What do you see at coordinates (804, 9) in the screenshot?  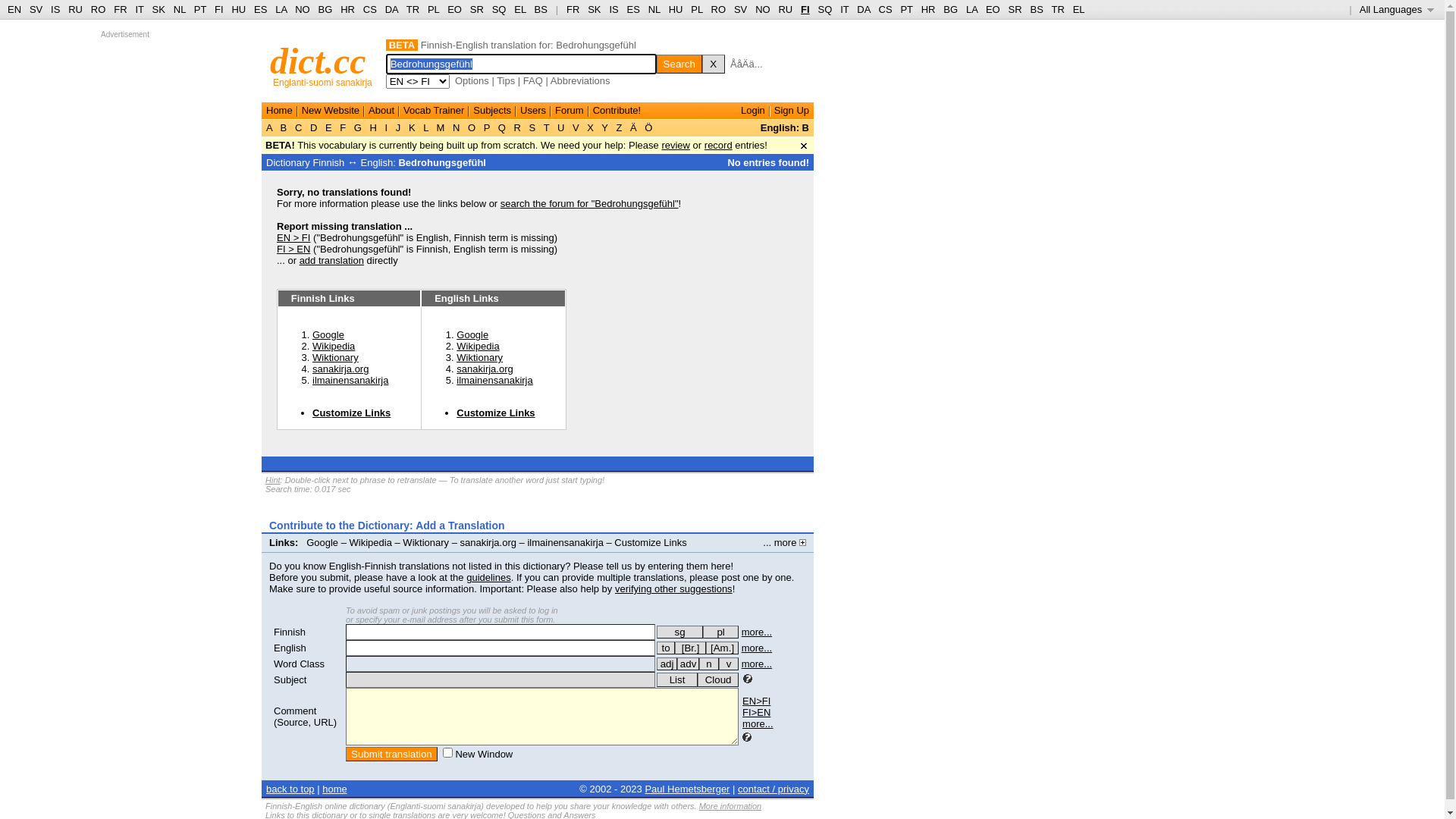 I see `'FI'` at bounding box center [804, 9].